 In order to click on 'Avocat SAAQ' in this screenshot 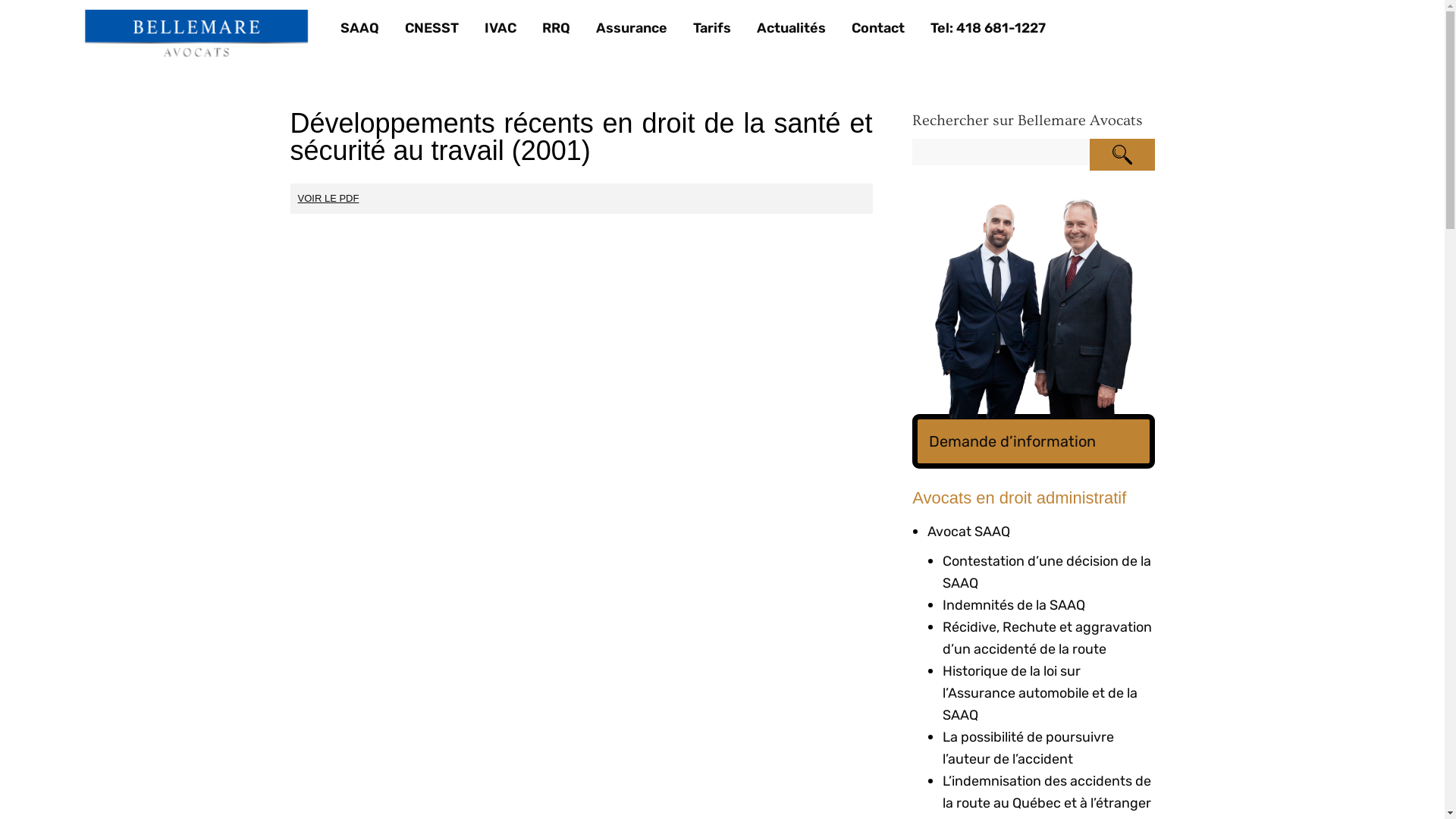, I will do `click(968, 531)`.